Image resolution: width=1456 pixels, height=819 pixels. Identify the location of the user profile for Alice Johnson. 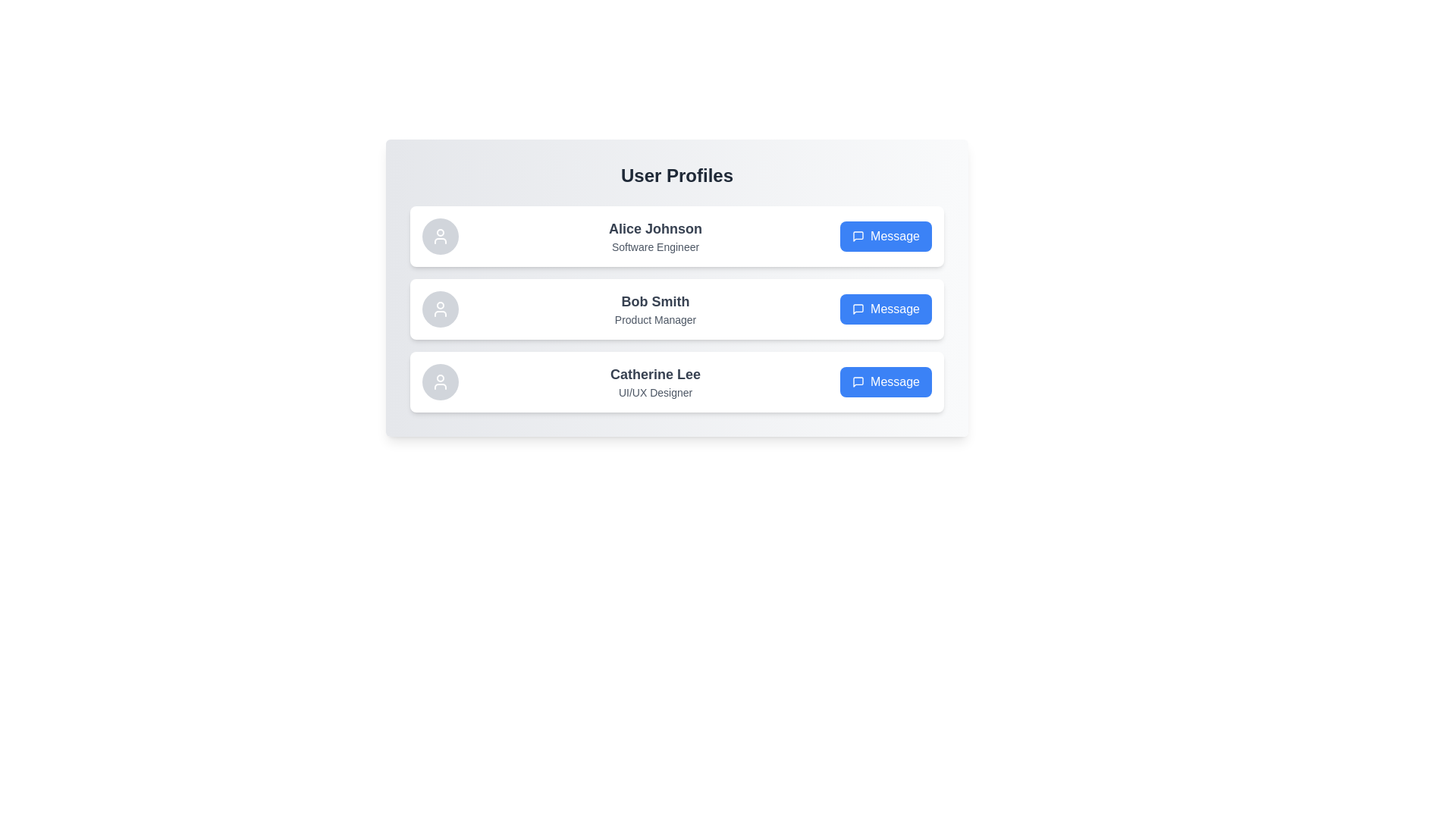
(676, 237).